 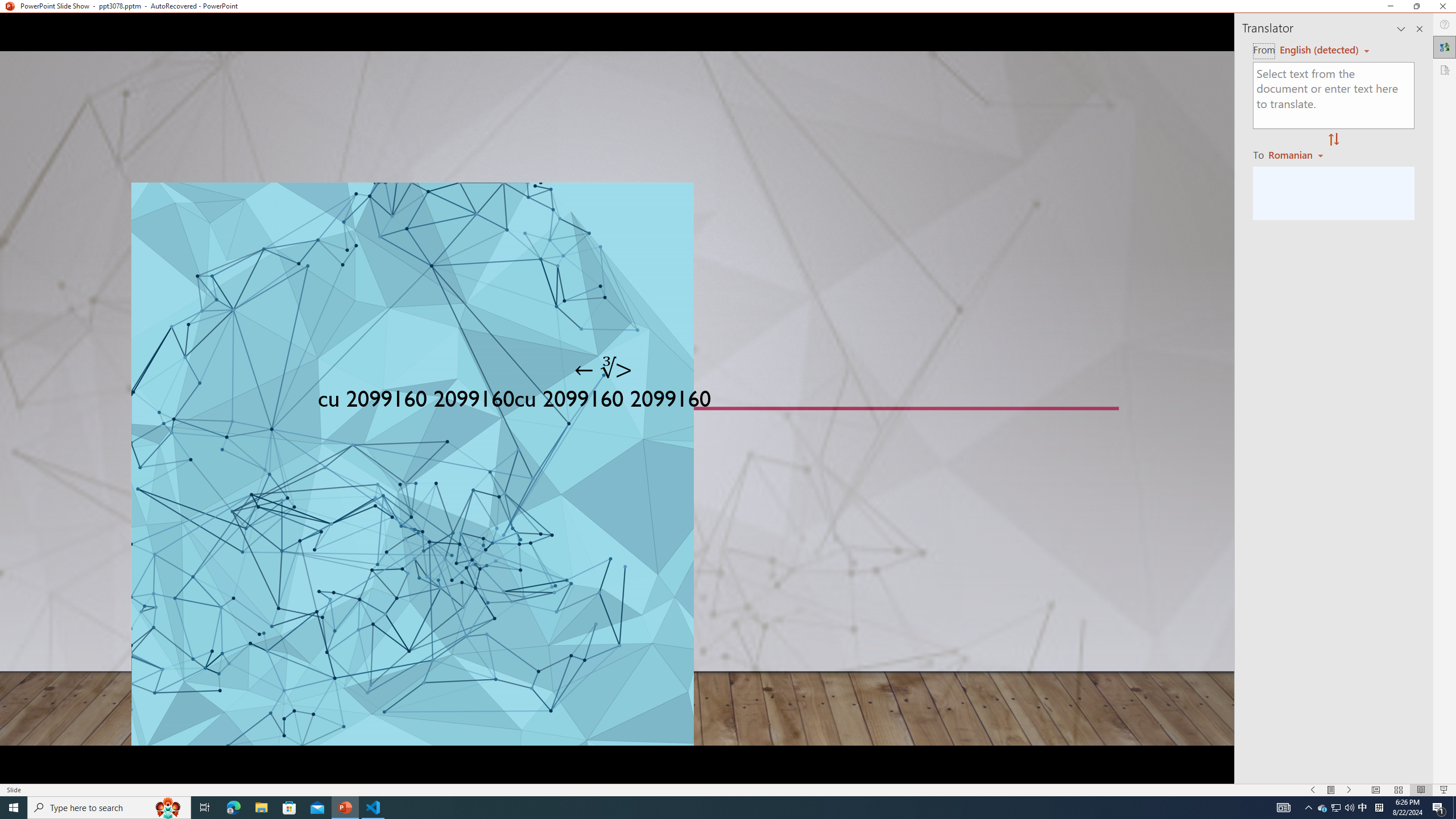 I want to click on 'Swap "from" and "to" languages.', so click(x=1333, y=139).